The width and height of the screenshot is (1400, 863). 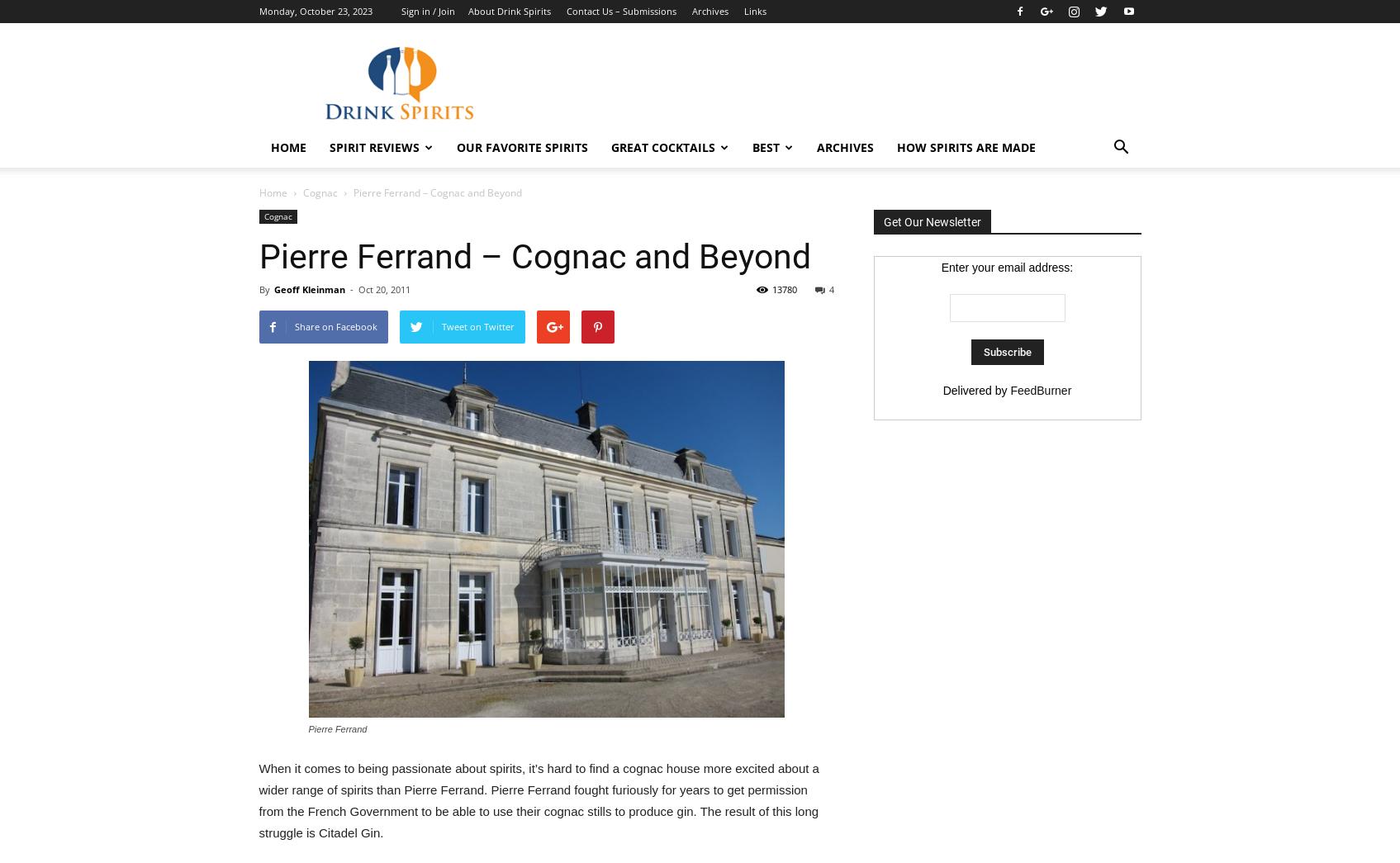 I want to click on 'Geoff Kleinman', so click(x=307, y=288).